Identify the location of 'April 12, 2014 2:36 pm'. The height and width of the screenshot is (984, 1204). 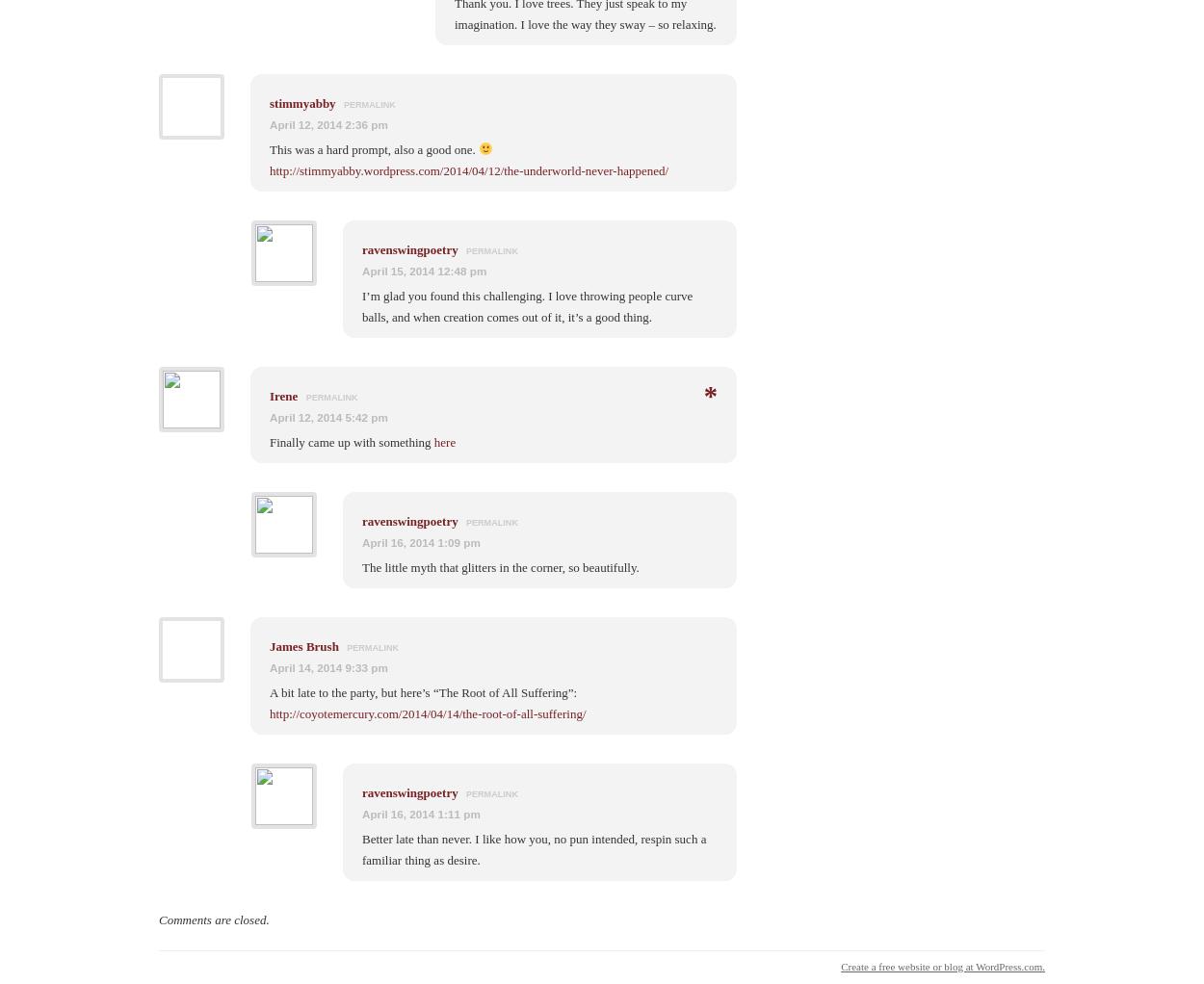
(270, 123).